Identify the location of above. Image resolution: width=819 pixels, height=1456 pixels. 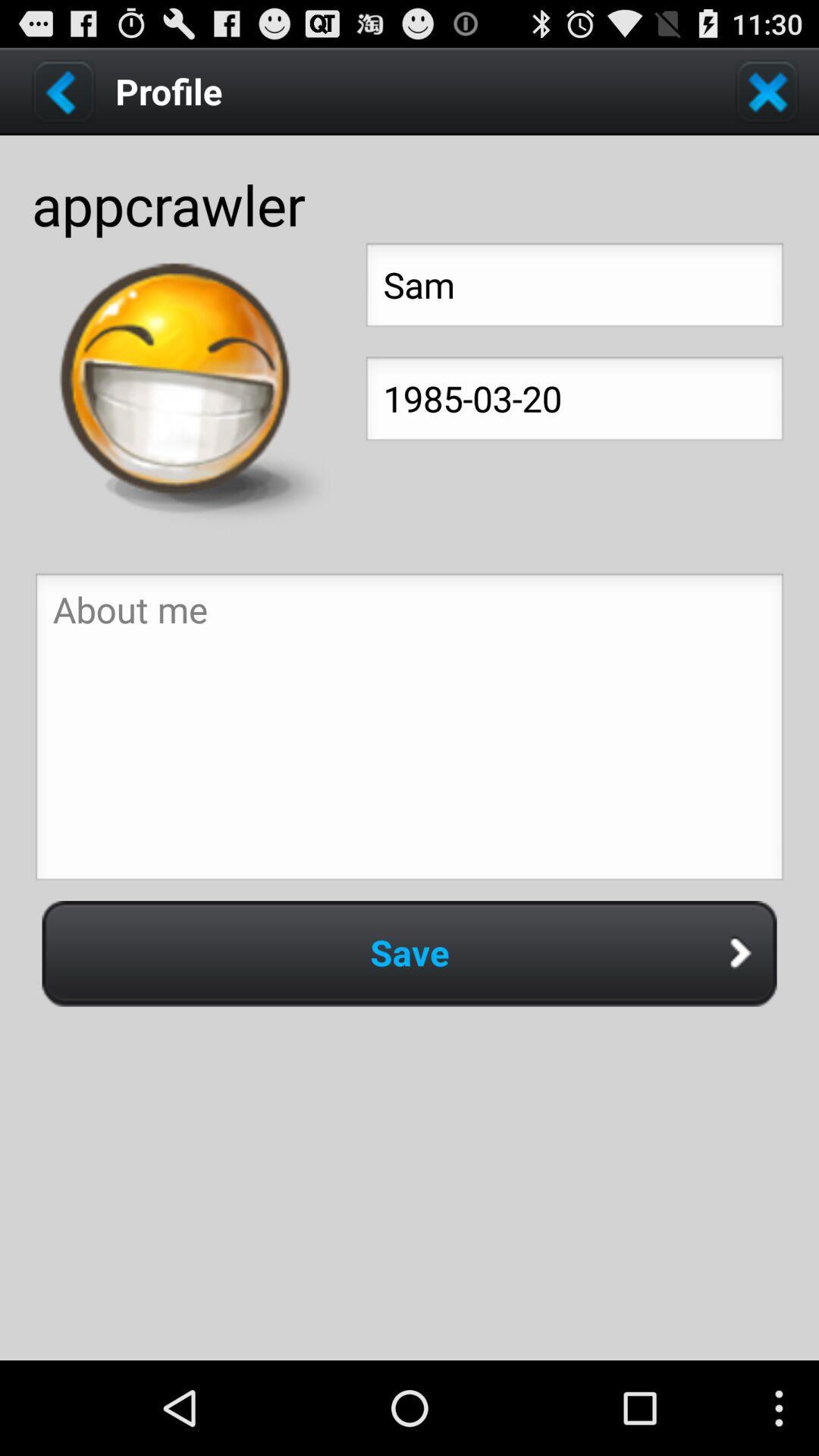
(409, 731).